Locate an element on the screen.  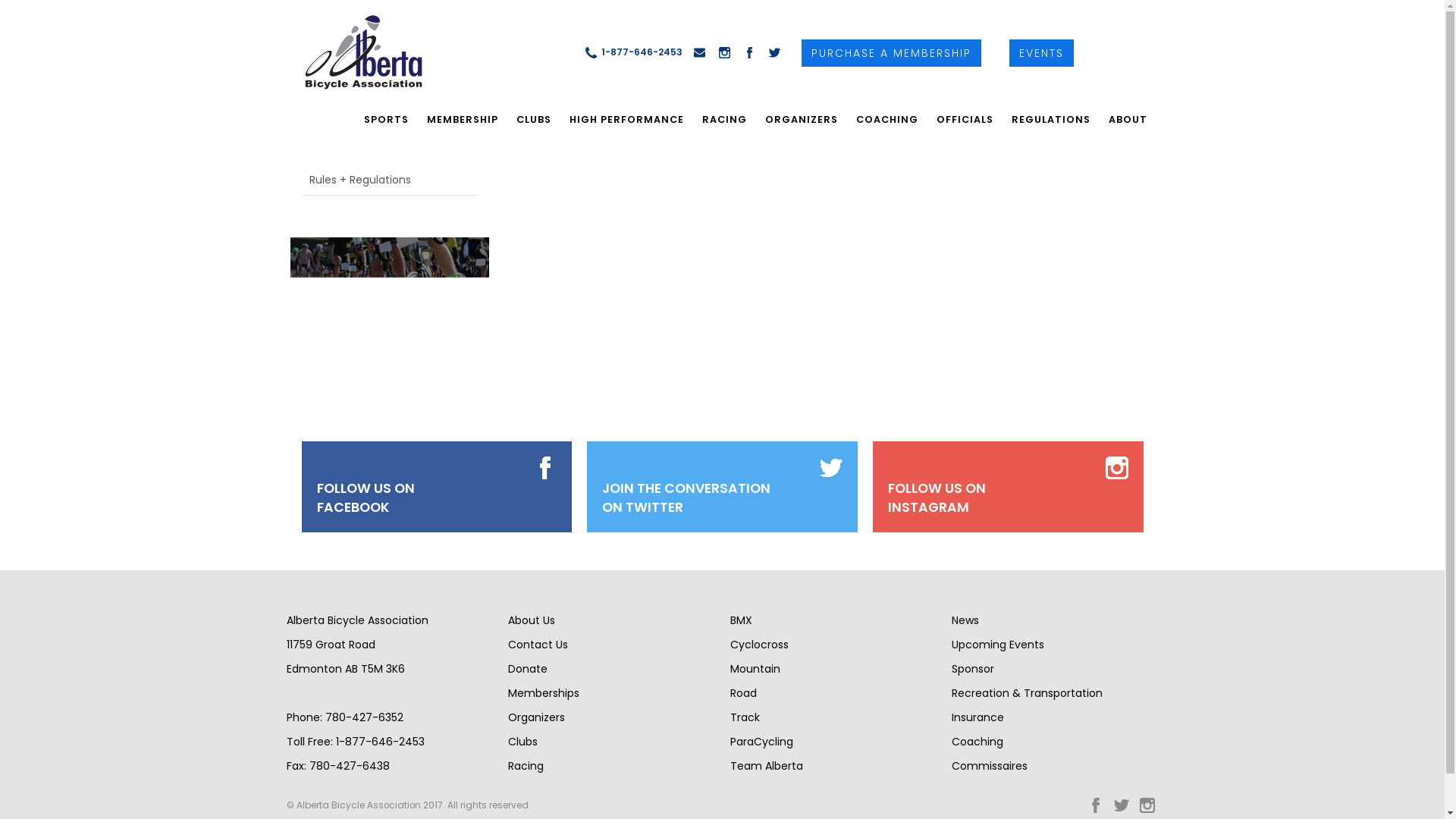
'JOIN THE CONVERSATION is located at coordinates (686, 497).